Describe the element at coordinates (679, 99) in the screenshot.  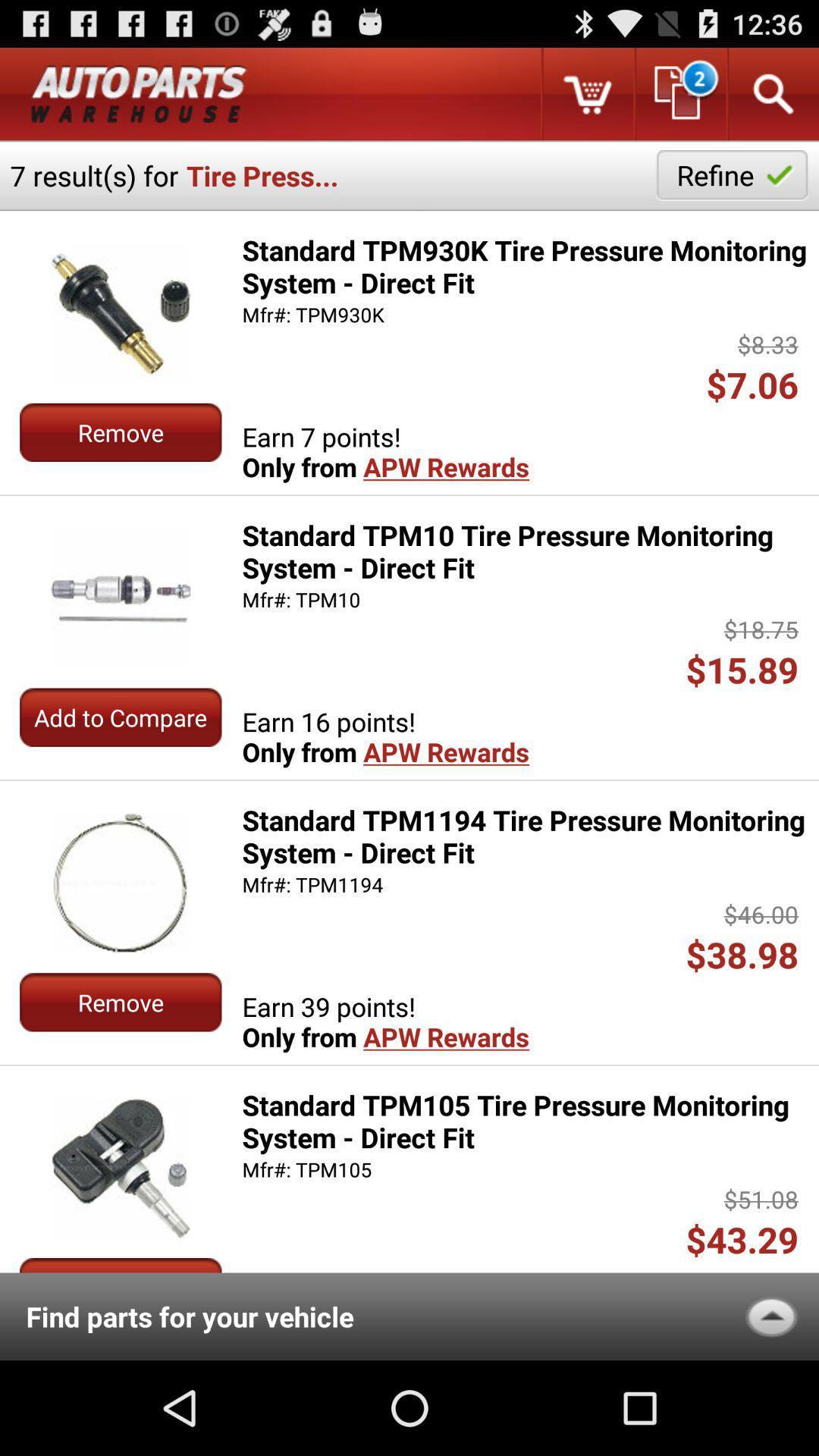
I see `the copy icon` at that location.